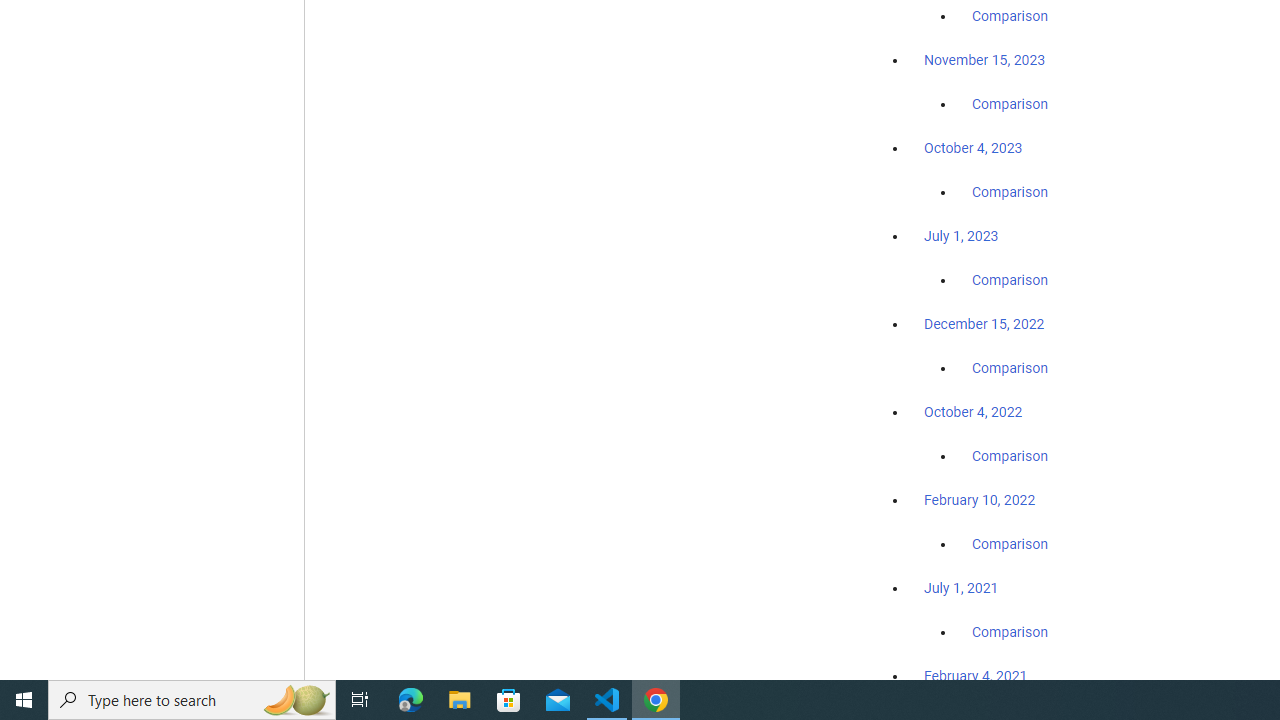  Describe the element at coordinates (961, 235) in the screenshot. I see `'July 1, 2023'` at that location.